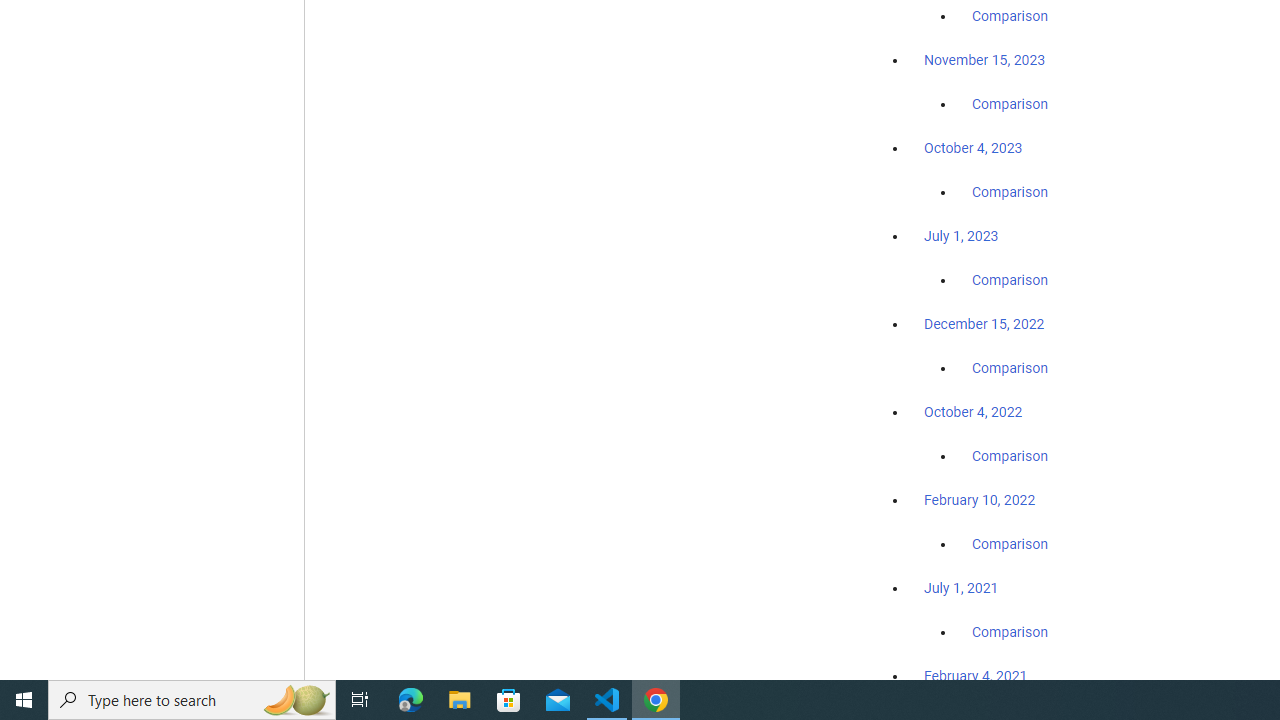  Describe the element at coordinates (961, 235) in the screenshot. I see `'July 1, 2023'` at that location.